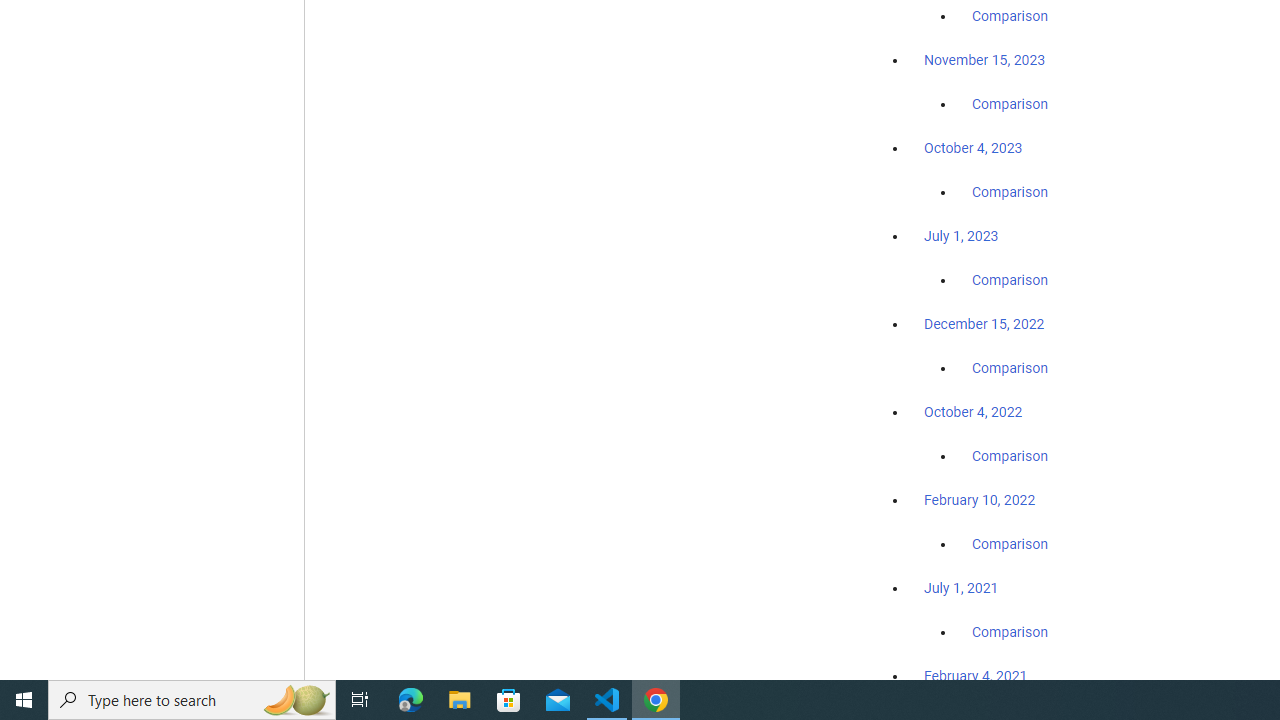  Describe the element at coordinates (961, 235) in the screenshot. I see `'July 1, 2023'` at that location.